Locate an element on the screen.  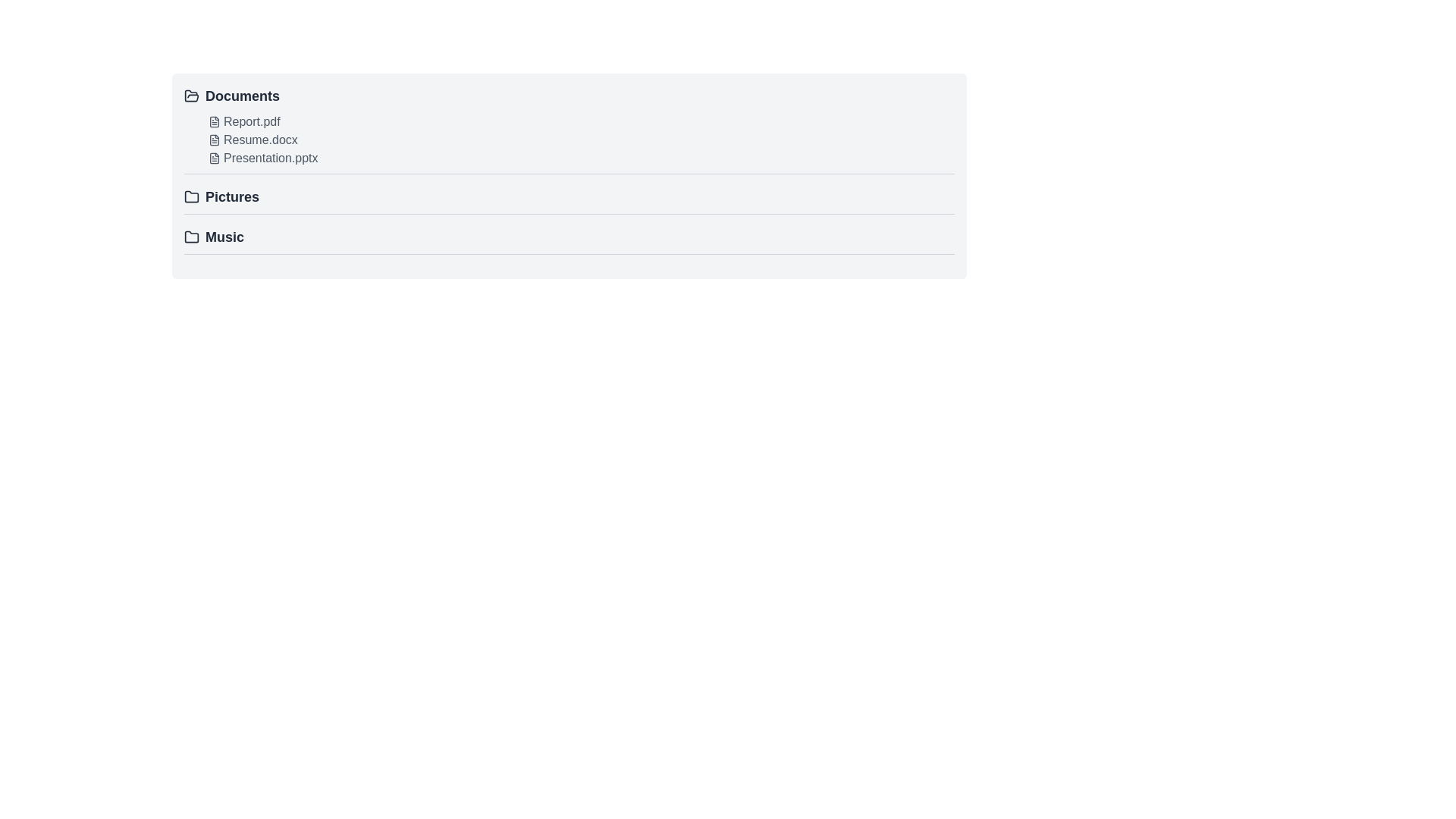
the SVG icon representing a file with textual content, which is located to the left of the 'Resume.docx' text in the 'Documents' section is located at coordinates (214, 140).